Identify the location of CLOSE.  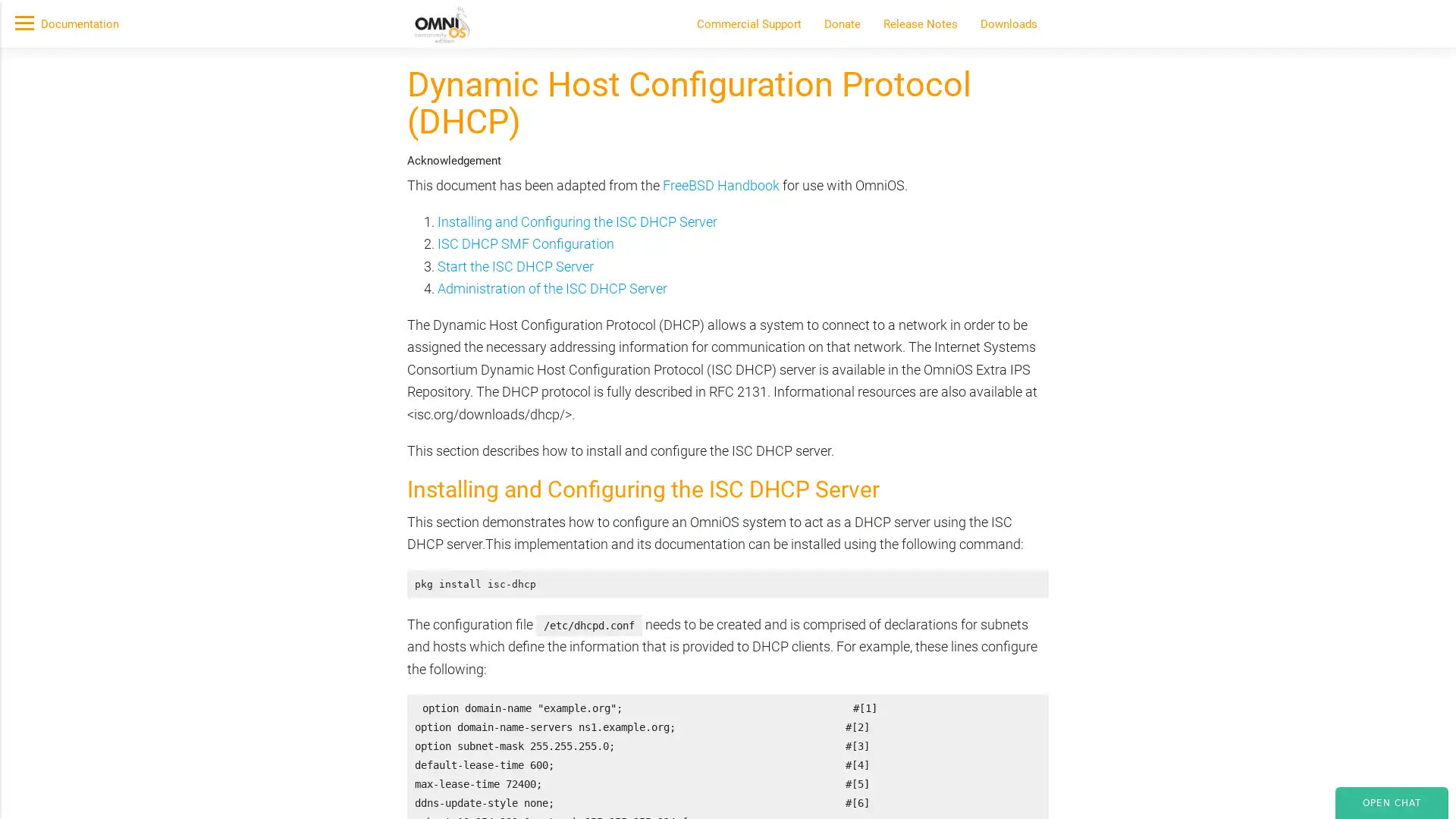
(1083, 225).